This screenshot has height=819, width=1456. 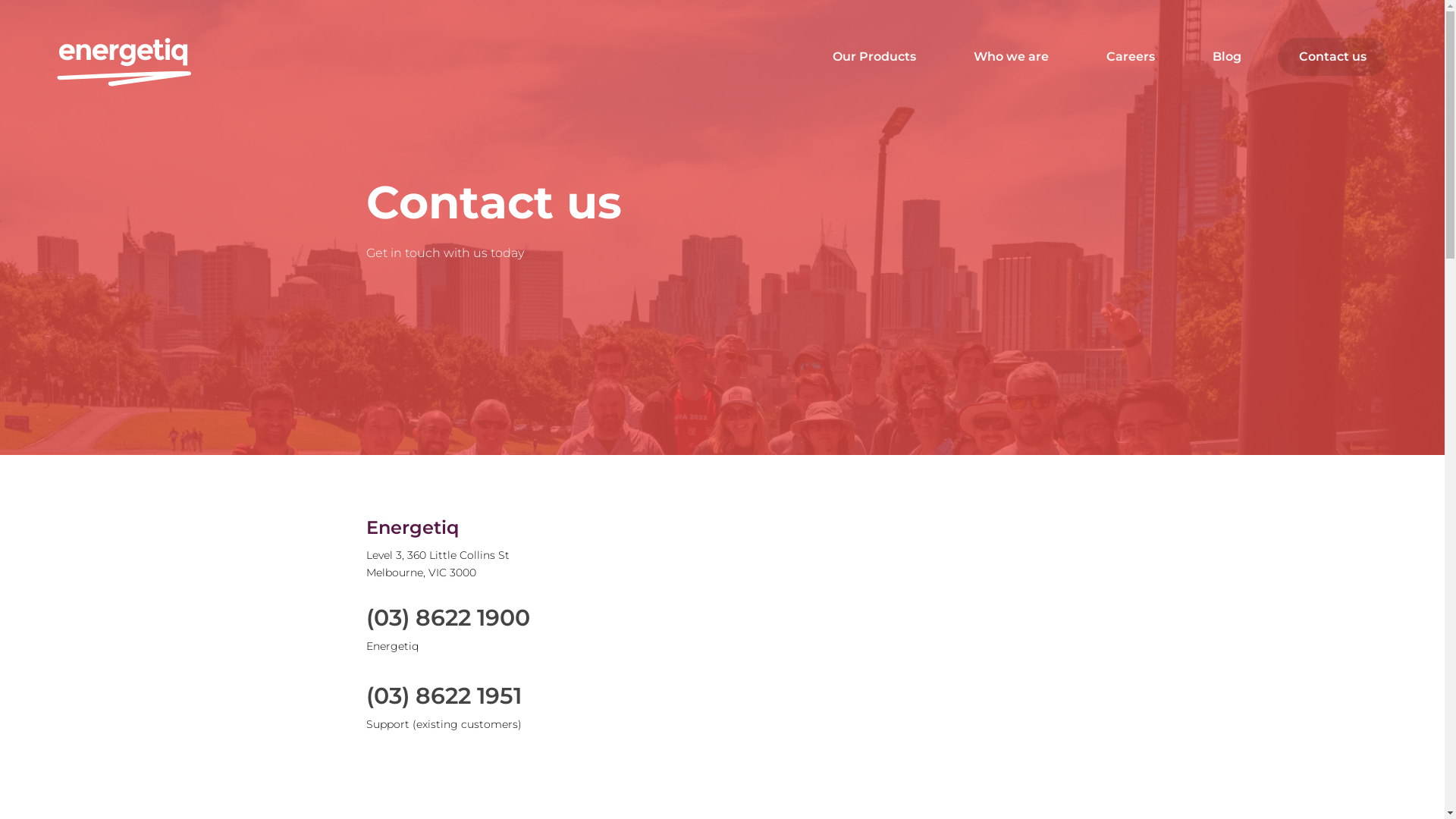 What do you see at coordinates (1332, 55) in the screenshot?
I see `'Contact us'` at bounding box center [1332, 55].